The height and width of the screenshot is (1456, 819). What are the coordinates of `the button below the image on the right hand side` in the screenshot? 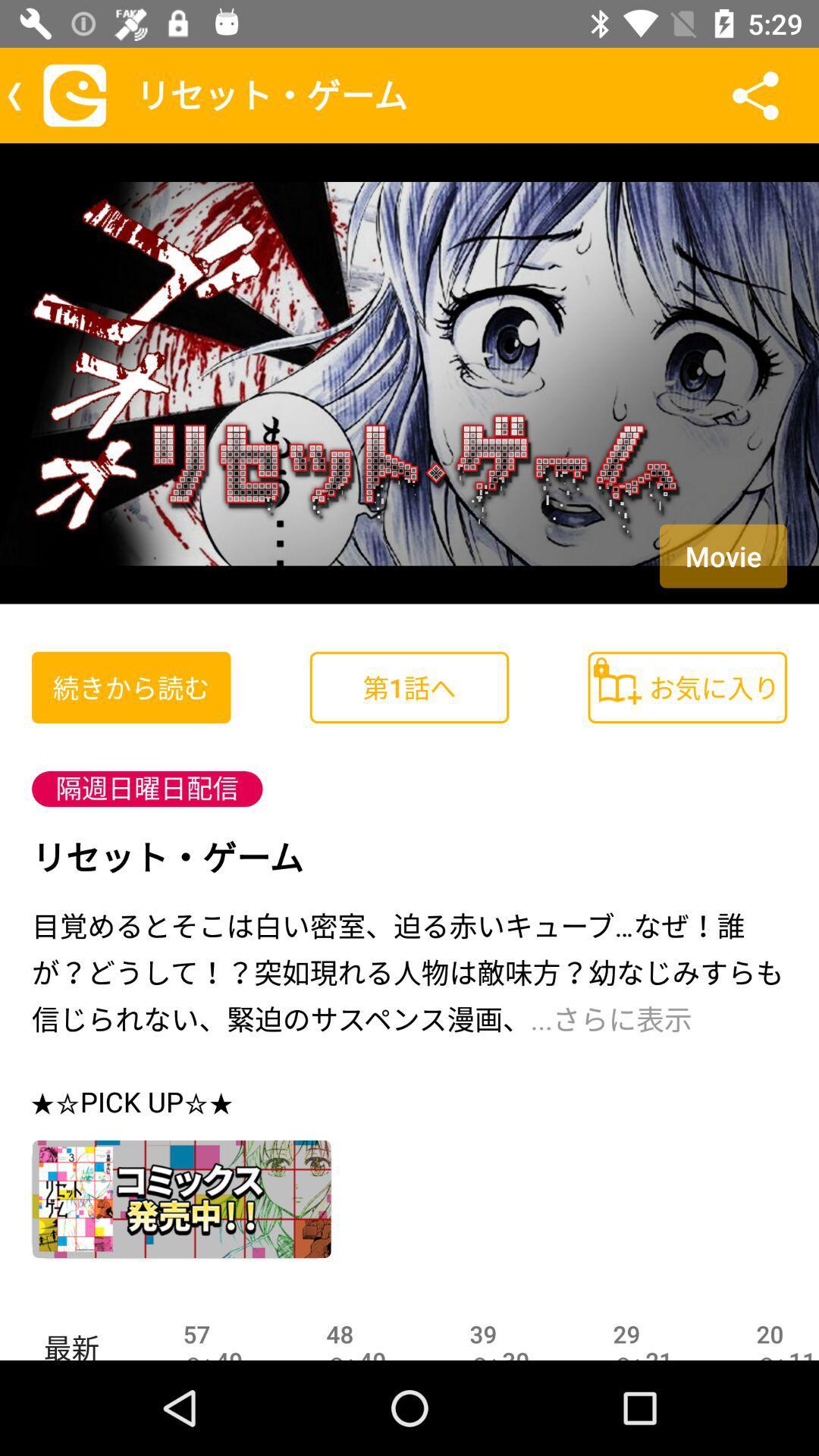 It's located at (687, 687).